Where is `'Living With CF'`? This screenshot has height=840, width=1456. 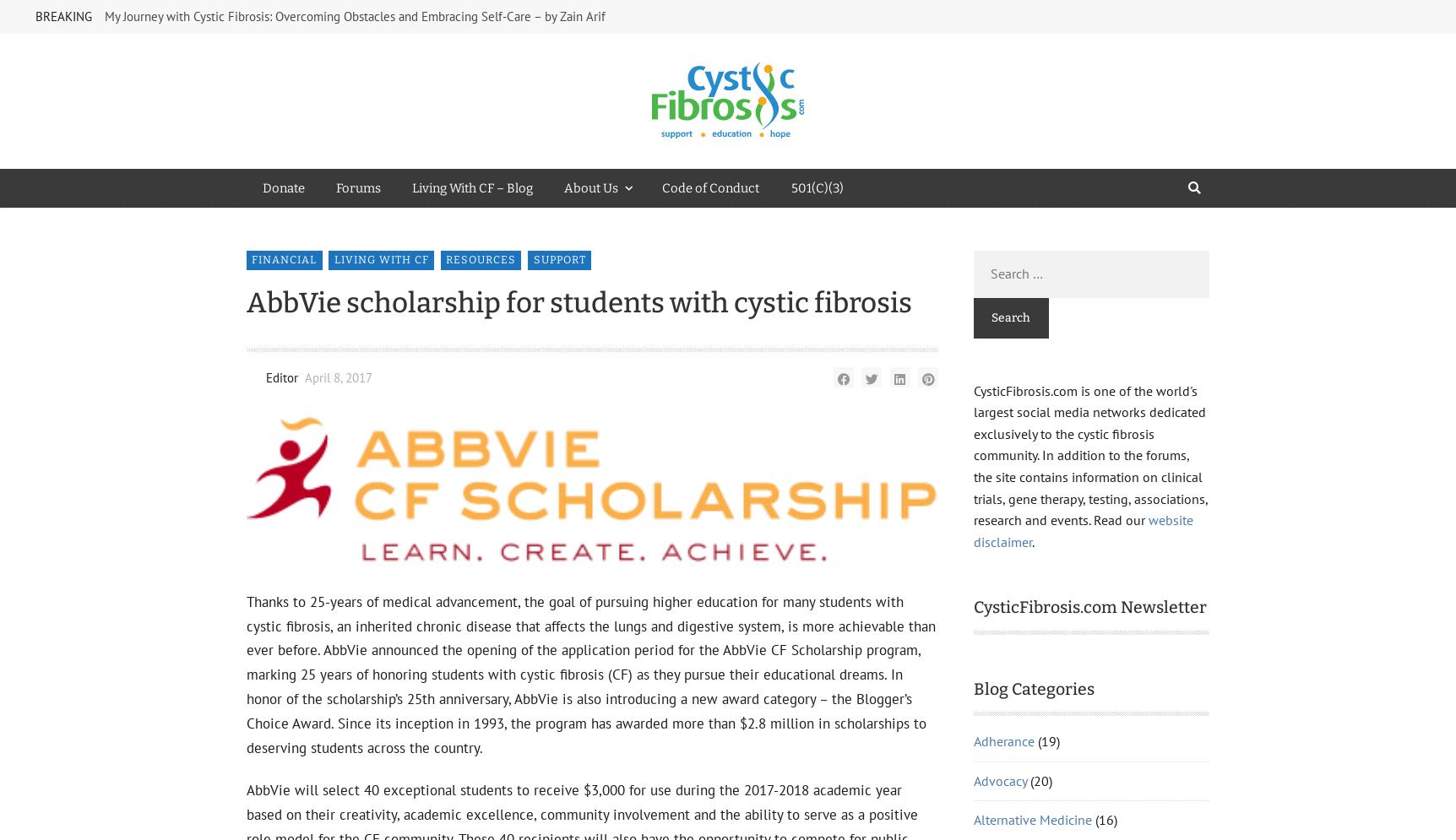 'Living With CF' is located at coordinates (1014, 604).